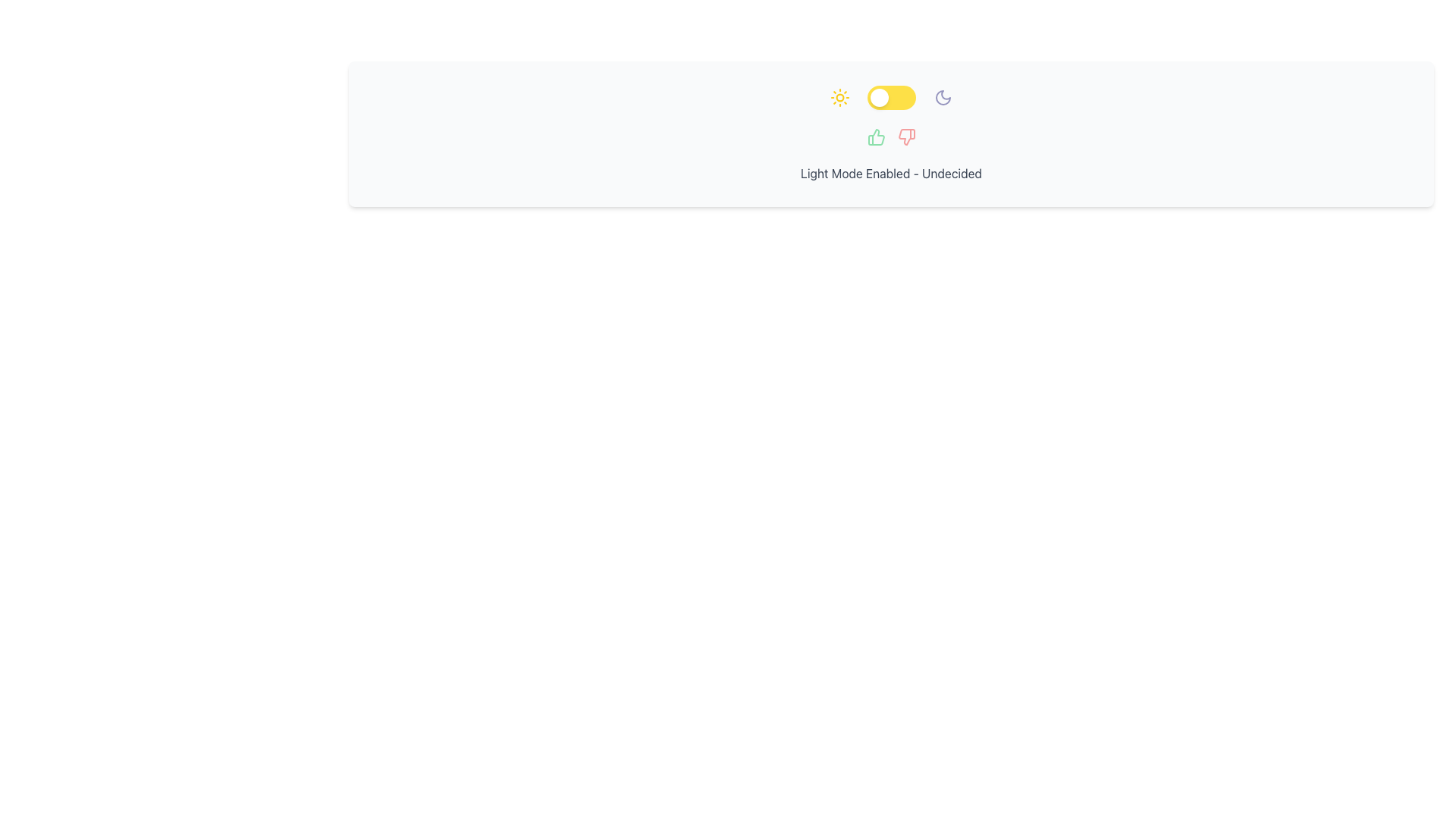 This screenshot has width=1456, height=819. Describe the element at coordinates (906, 137) in the screenshot. I see `the negative feedback icon located to the right of the green thumbs-up icon, centered horizontally and positioned at the bottom half of the header to provide negative feedback` at that location.